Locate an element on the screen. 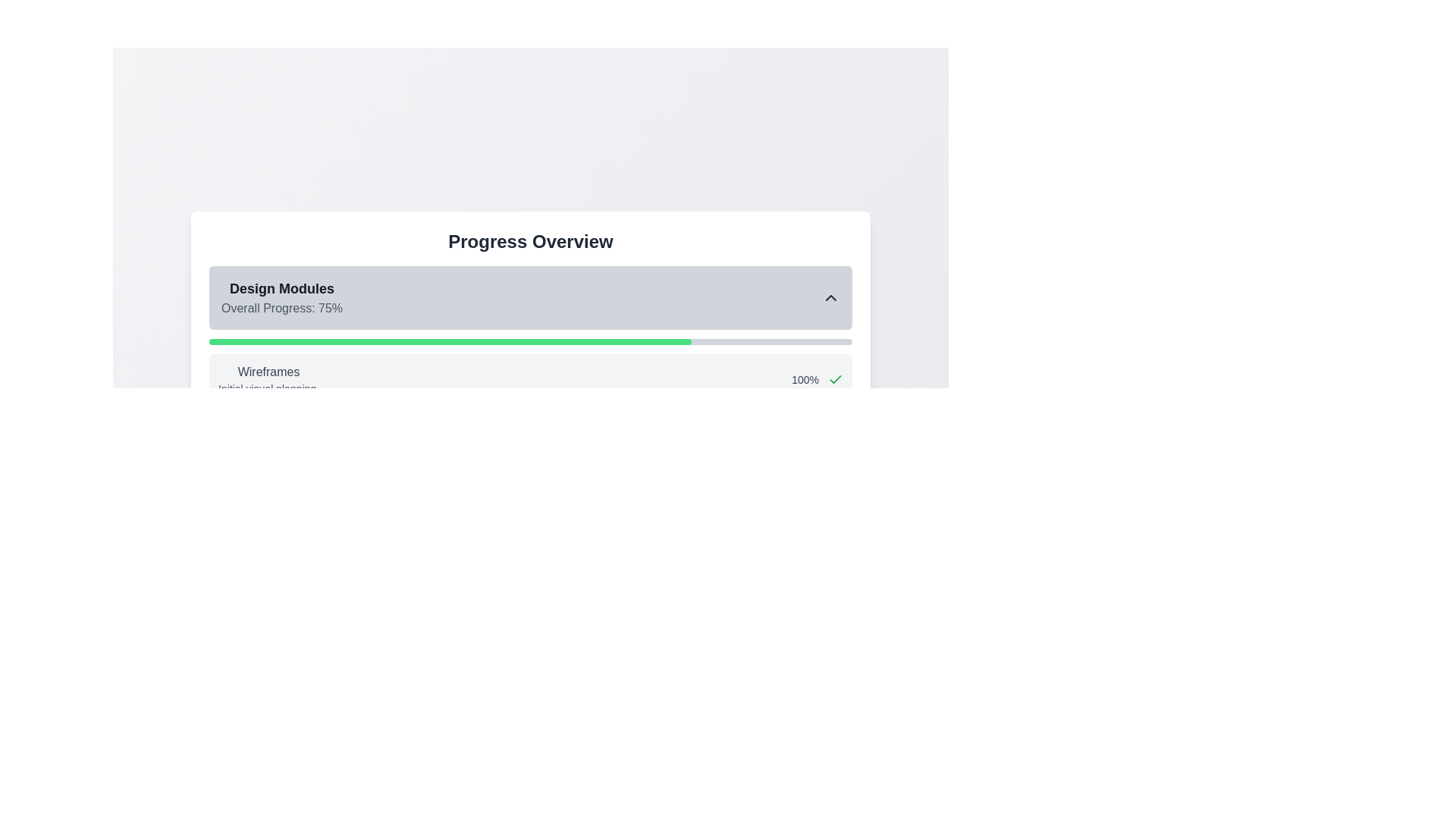 The width and height of the screenshot is (1456, 819). the informational label or status indicator displaying '100%' with a green checkmark icon, located within the 'Progress Overview' card, aligned with the 'Wireframes' label is located at coordinates (817, 379).